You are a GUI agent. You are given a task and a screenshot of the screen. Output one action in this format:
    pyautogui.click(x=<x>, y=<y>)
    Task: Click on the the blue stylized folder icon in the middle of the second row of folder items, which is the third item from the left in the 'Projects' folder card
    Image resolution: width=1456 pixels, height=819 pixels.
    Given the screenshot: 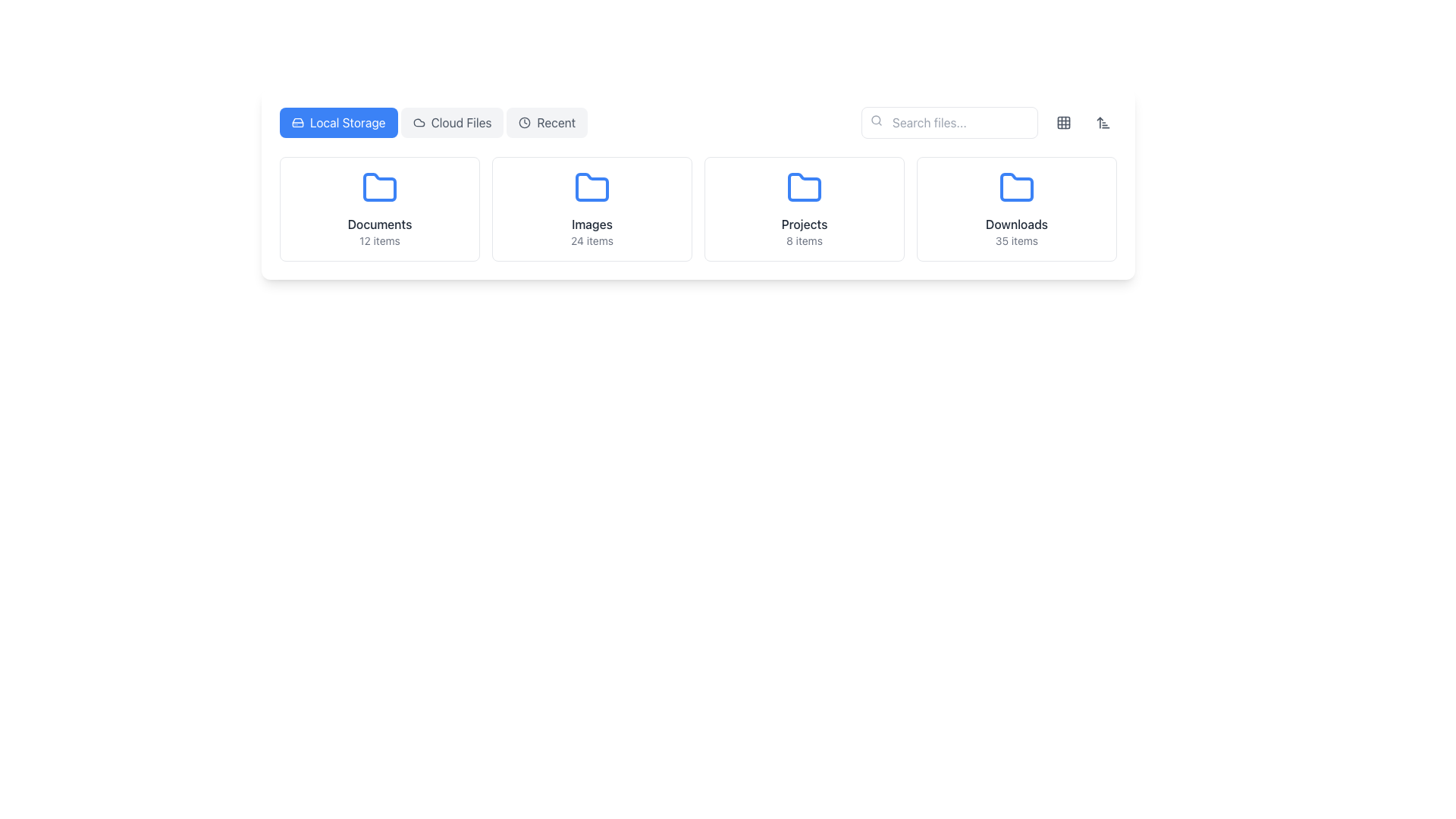 What is the action you would take?
    pyautogui.click(x=803, y=186)
    